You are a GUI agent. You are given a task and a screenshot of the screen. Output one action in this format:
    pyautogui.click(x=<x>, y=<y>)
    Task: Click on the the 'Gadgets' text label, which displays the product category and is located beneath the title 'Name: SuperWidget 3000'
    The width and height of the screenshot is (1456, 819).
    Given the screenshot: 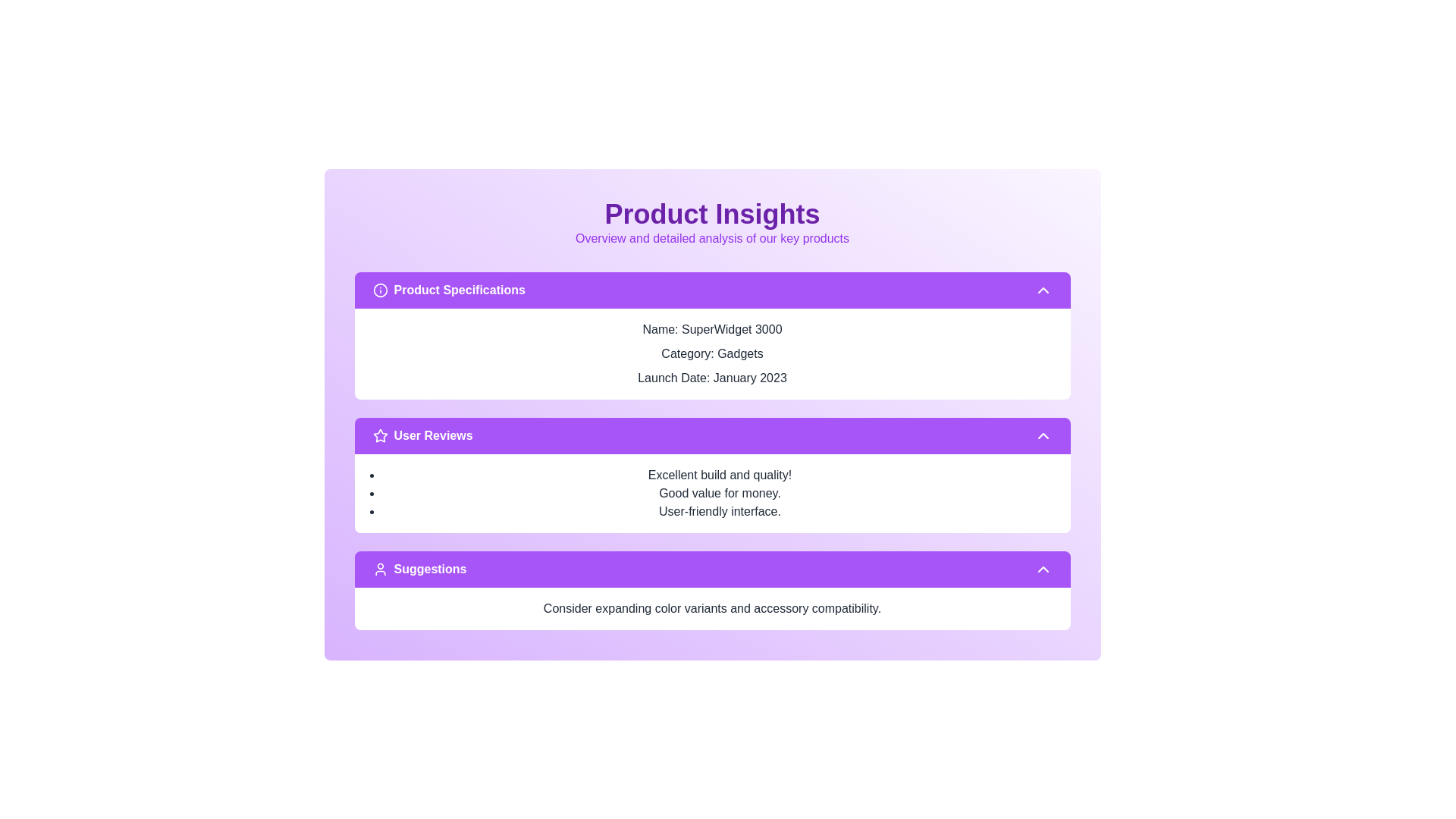 What is the action you would take?
    pyautogui.click(x=711, y=353)
    